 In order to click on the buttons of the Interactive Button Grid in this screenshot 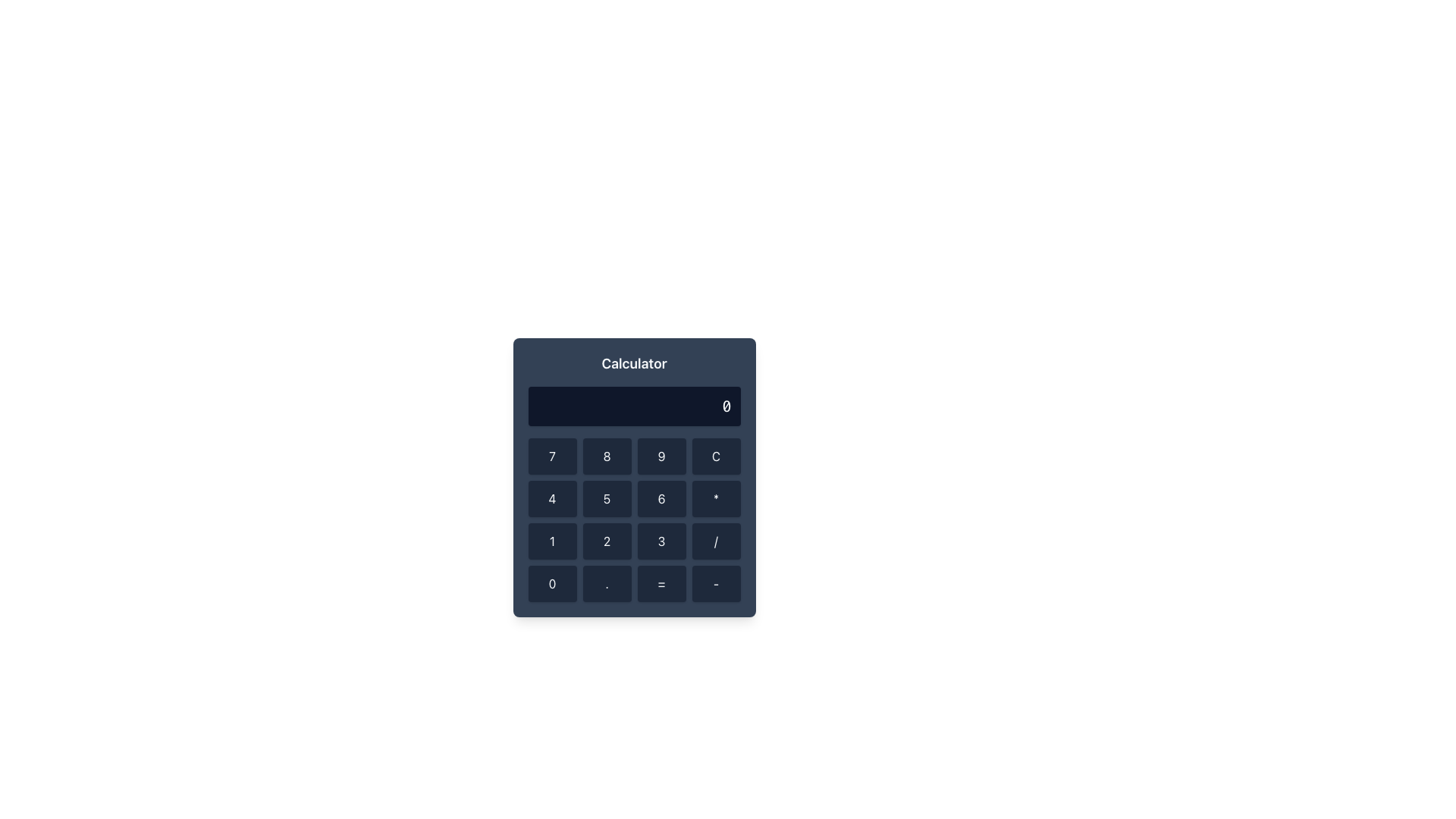, I will do `click(634, 519)`.